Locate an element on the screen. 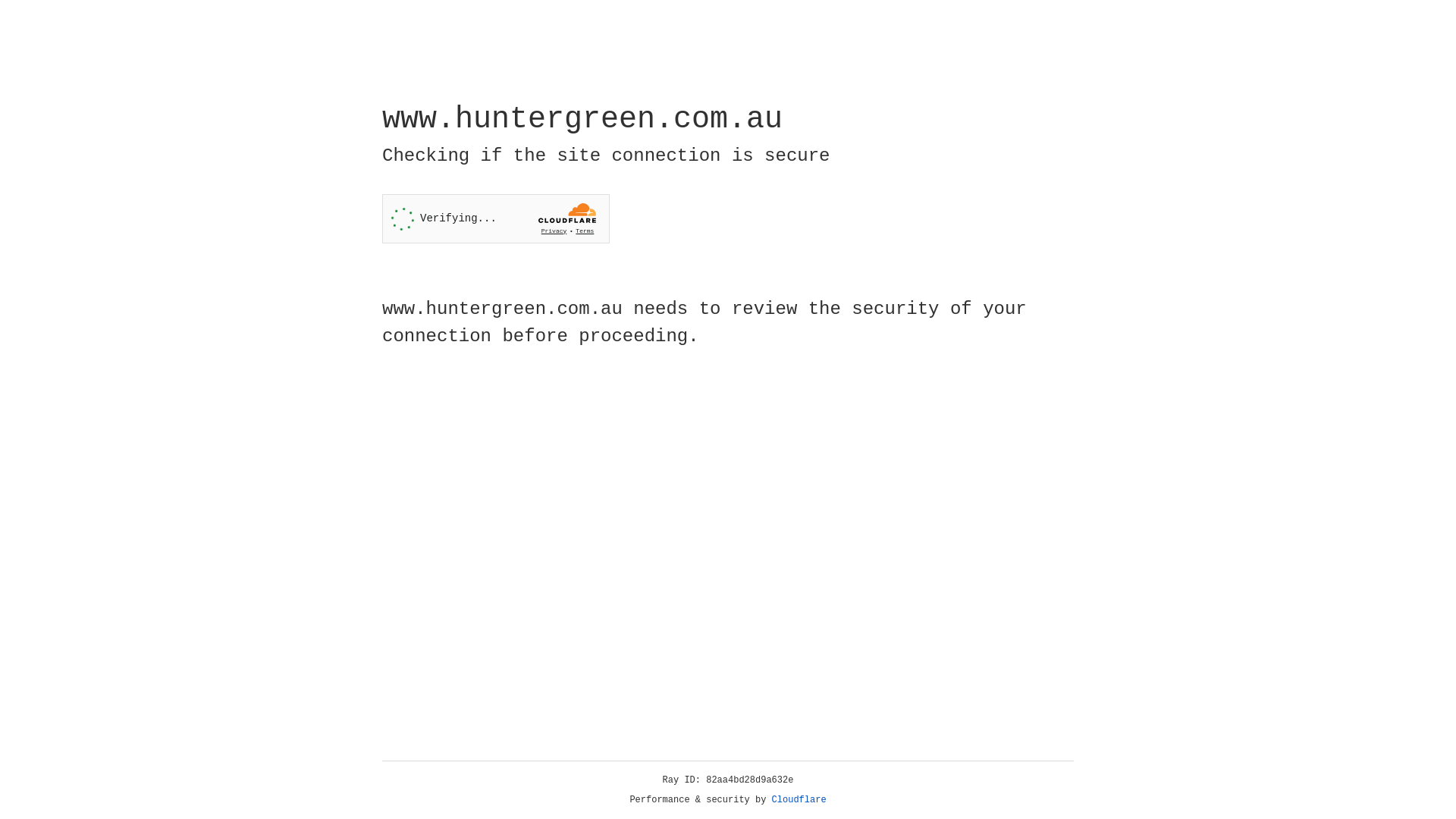  'Widget containing a Cloudflare security challenge' is located at coordinates (495, 218).